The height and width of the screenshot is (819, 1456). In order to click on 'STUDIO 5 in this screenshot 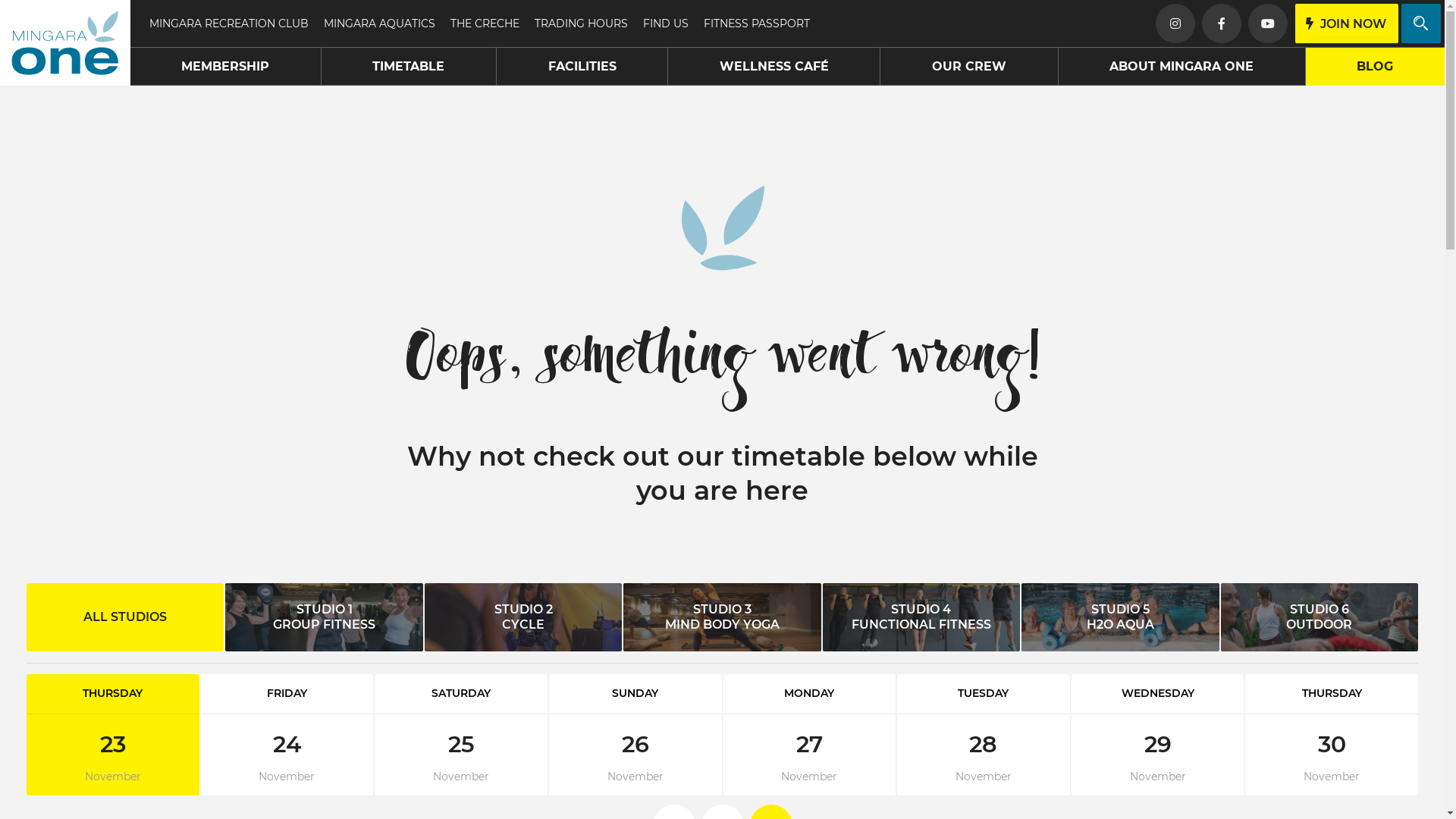, I will do `click(1021, 617)`.